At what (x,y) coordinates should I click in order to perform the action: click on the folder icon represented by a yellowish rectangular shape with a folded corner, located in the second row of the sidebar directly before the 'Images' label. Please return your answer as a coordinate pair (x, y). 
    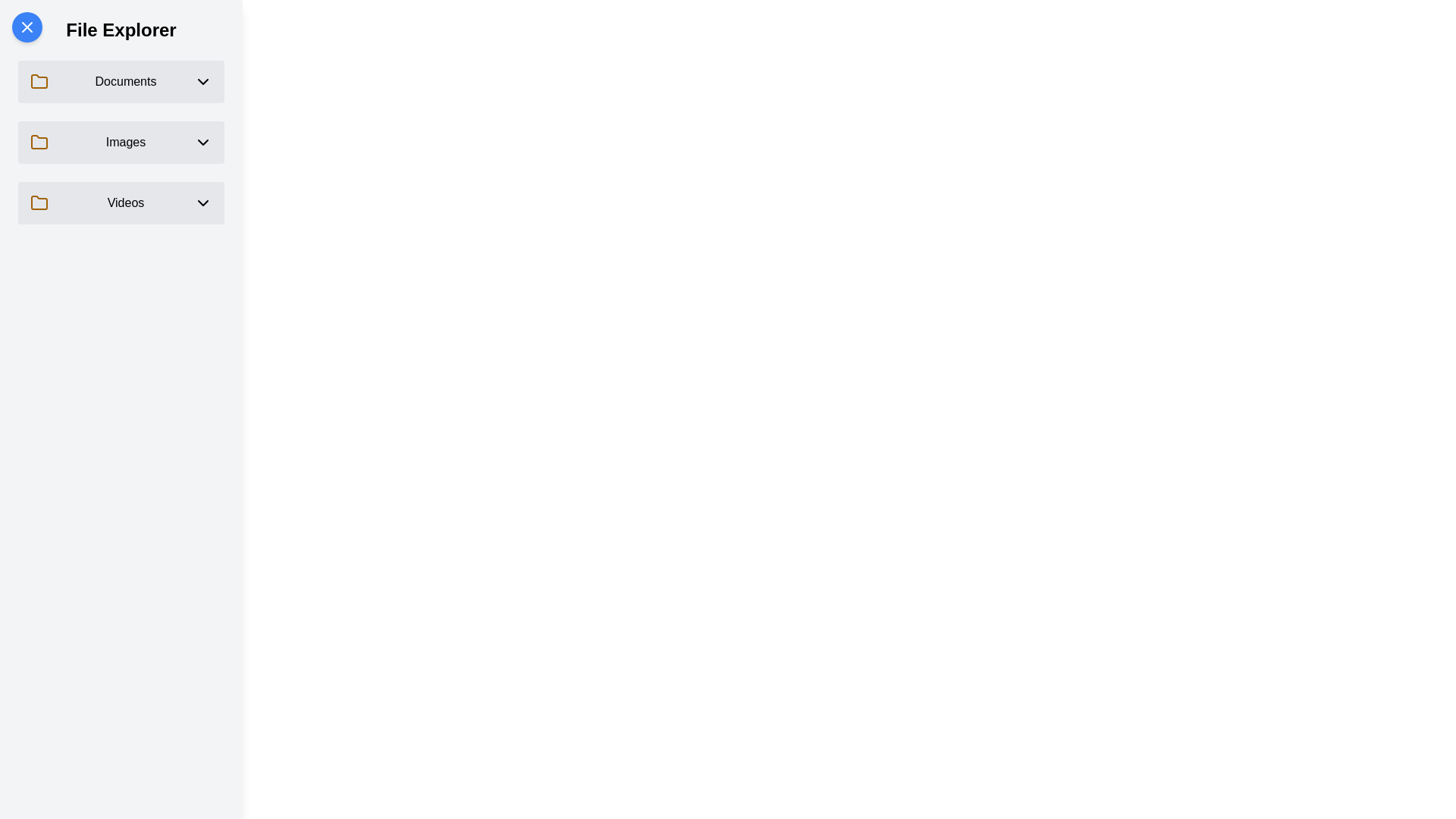
    Looking at the image, I should click on (39, 142).